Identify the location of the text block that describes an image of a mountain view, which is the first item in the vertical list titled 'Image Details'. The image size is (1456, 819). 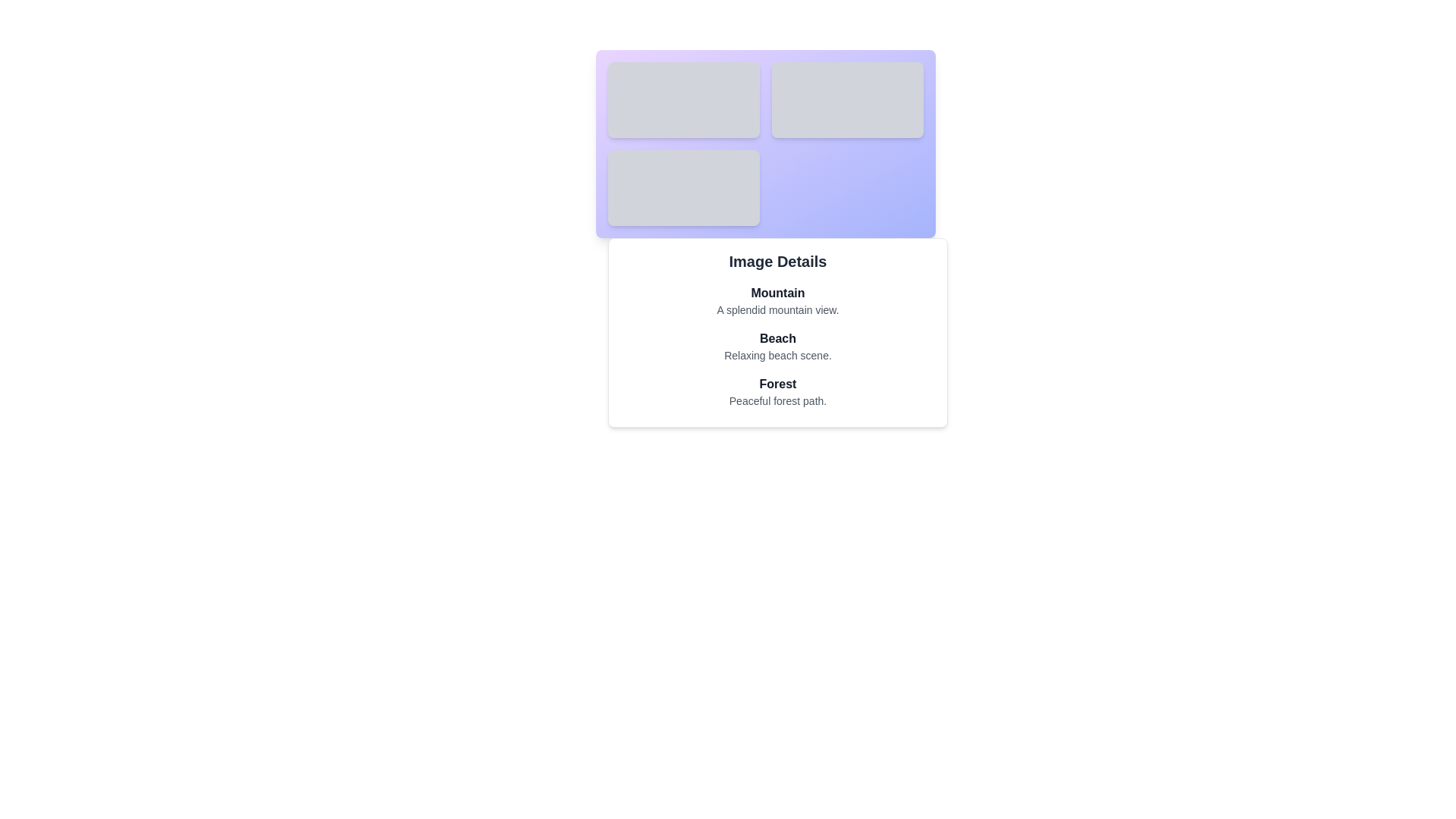
(778, 301).